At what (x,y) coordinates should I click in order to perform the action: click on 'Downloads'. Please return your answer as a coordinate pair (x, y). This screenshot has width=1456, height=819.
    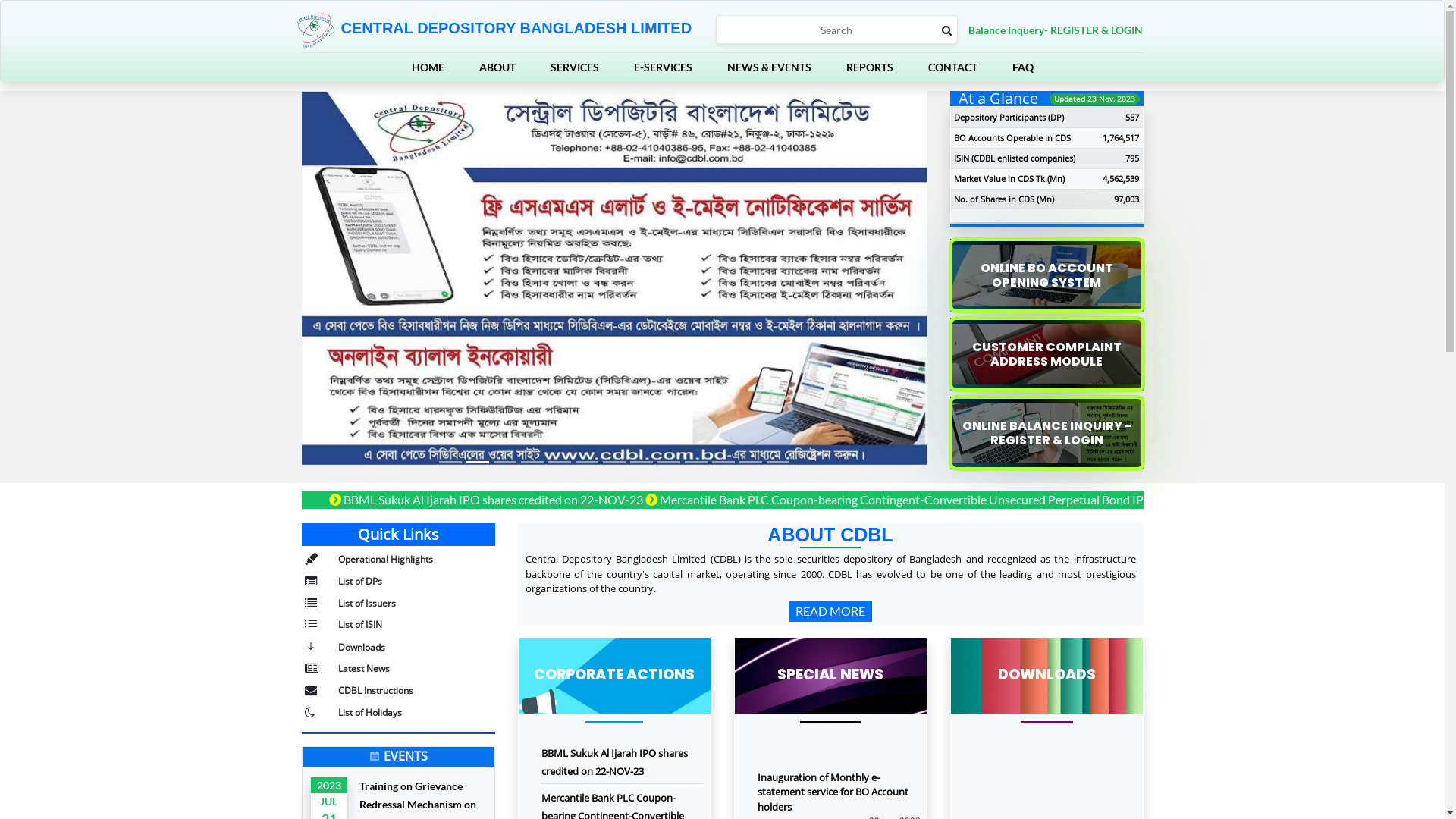
    Looking at the image, I should click on (360, 647).